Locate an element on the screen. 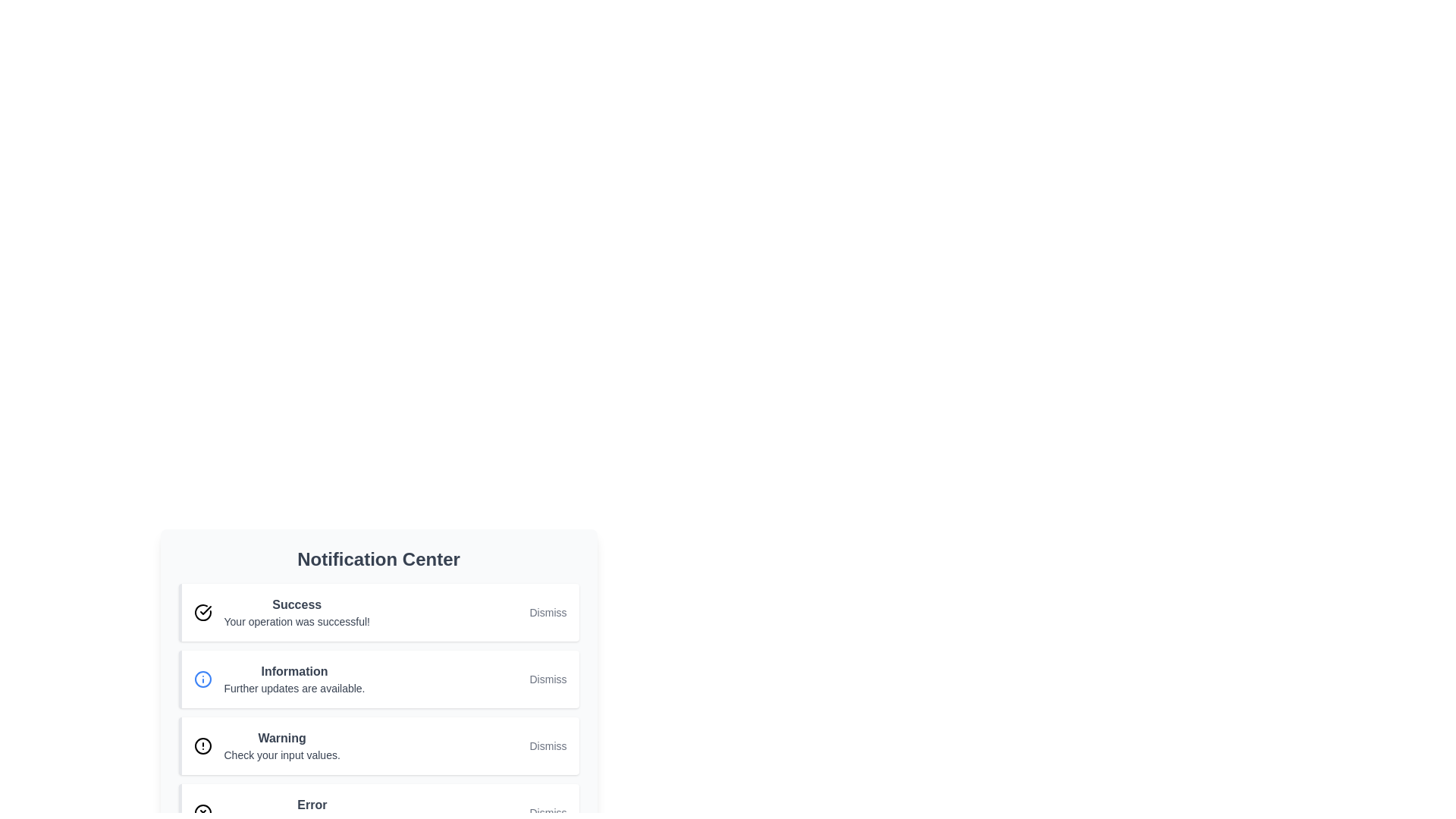  Text label that serves as the title for the notification under 'Information' is located at coordinates (294, 671).